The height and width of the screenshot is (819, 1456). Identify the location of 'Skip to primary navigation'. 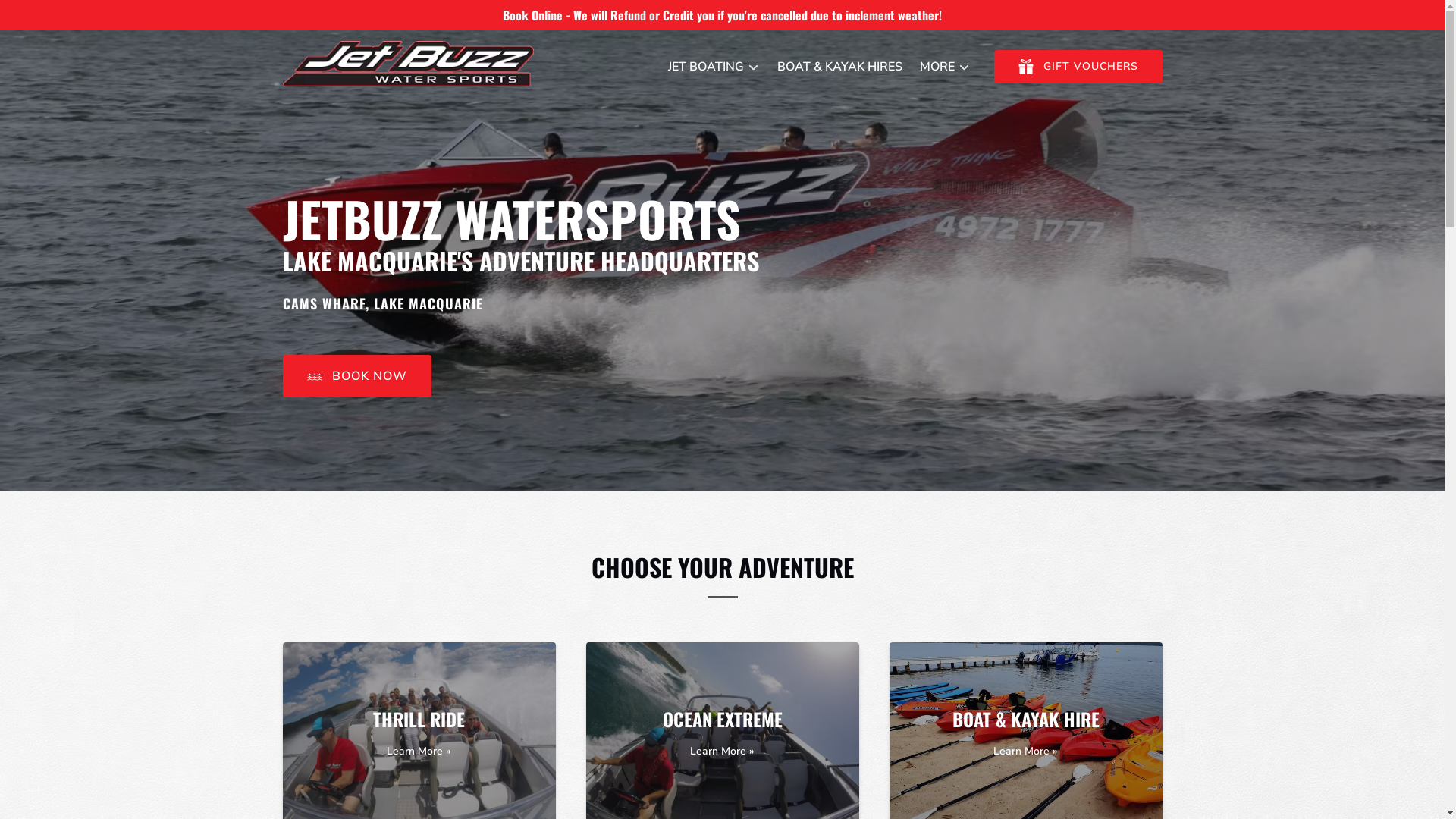
(7, 17).